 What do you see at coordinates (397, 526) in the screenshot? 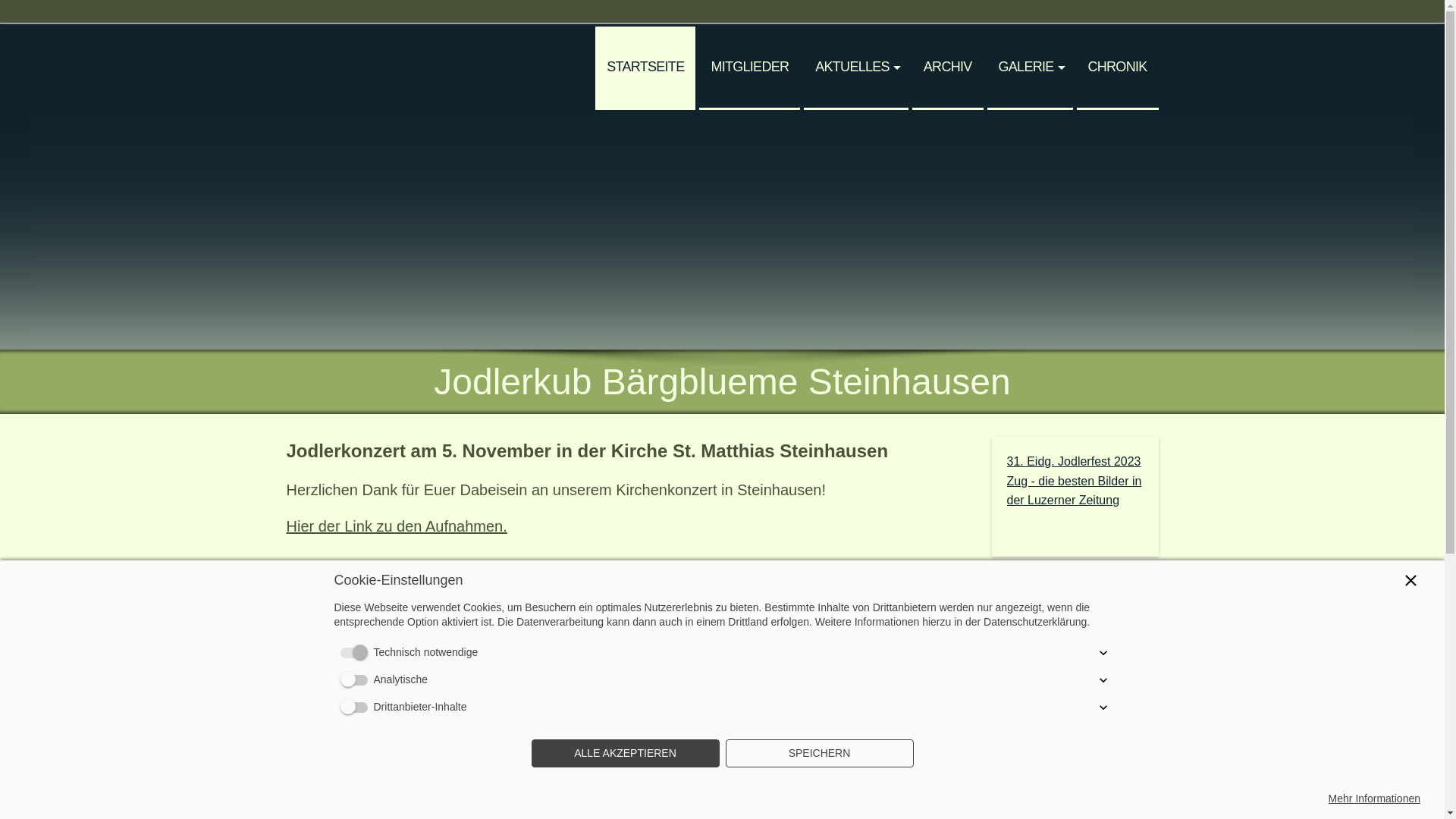
I see `'Hier der Link zu den Aufnahmen.'` at bounding box center [397, 526].